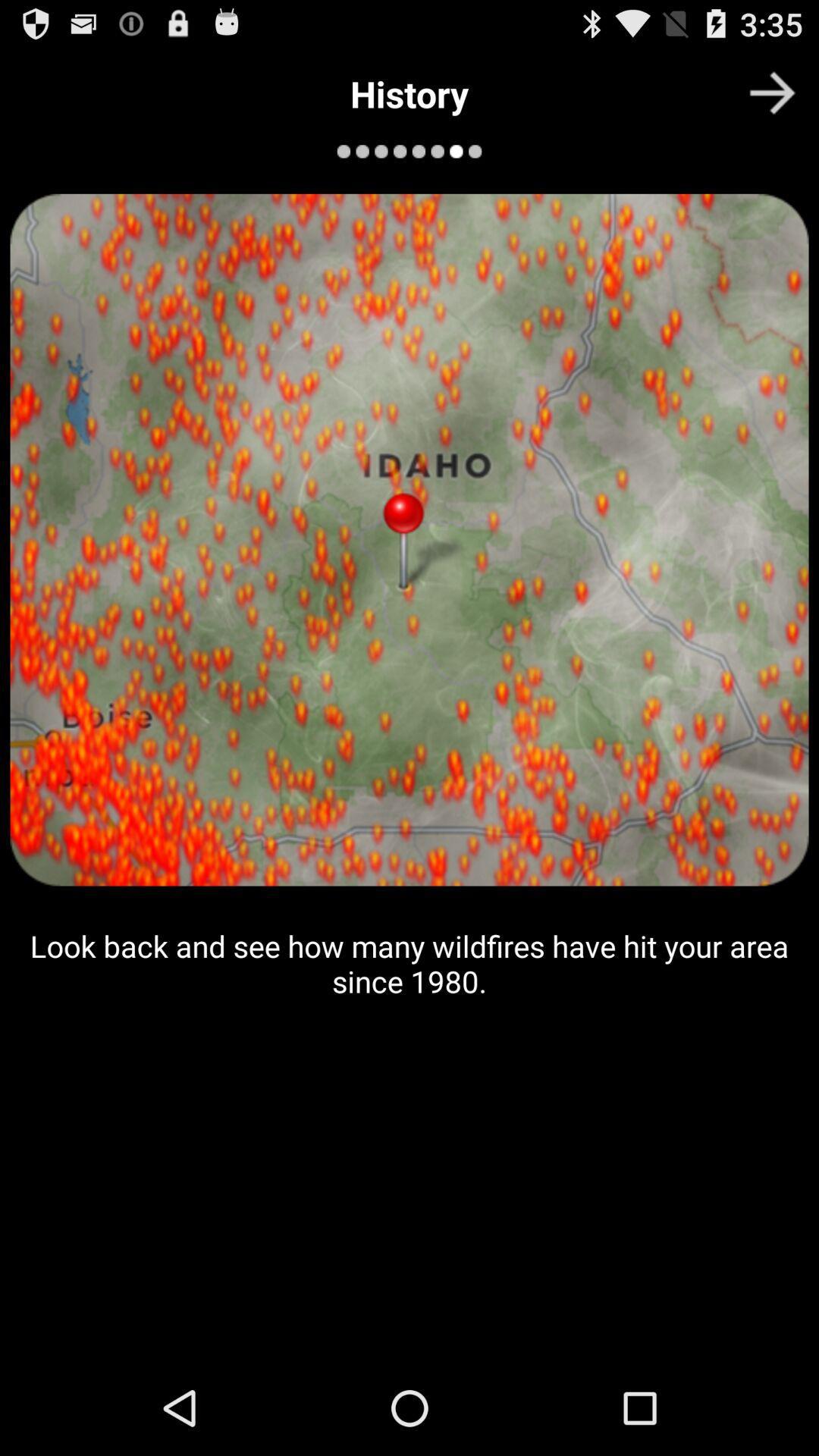 Image resolution: width=819 pixels, height=1456 pixels. I want to click on next page, so click(772, 92).